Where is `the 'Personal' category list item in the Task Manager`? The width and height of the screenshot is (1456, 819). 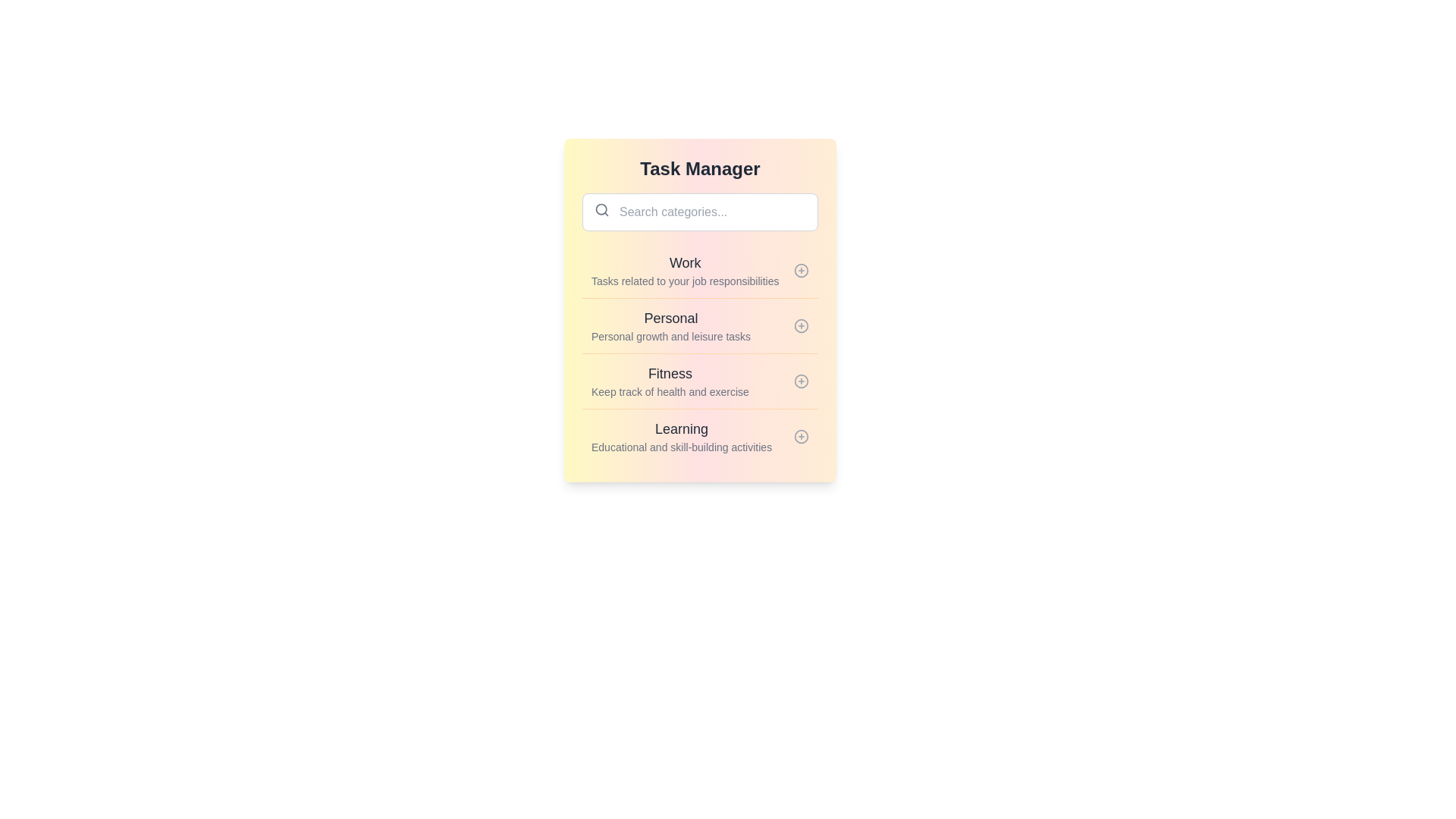
the 'Personal' category list item in the Task Manager is located at coordinates (699, 353).